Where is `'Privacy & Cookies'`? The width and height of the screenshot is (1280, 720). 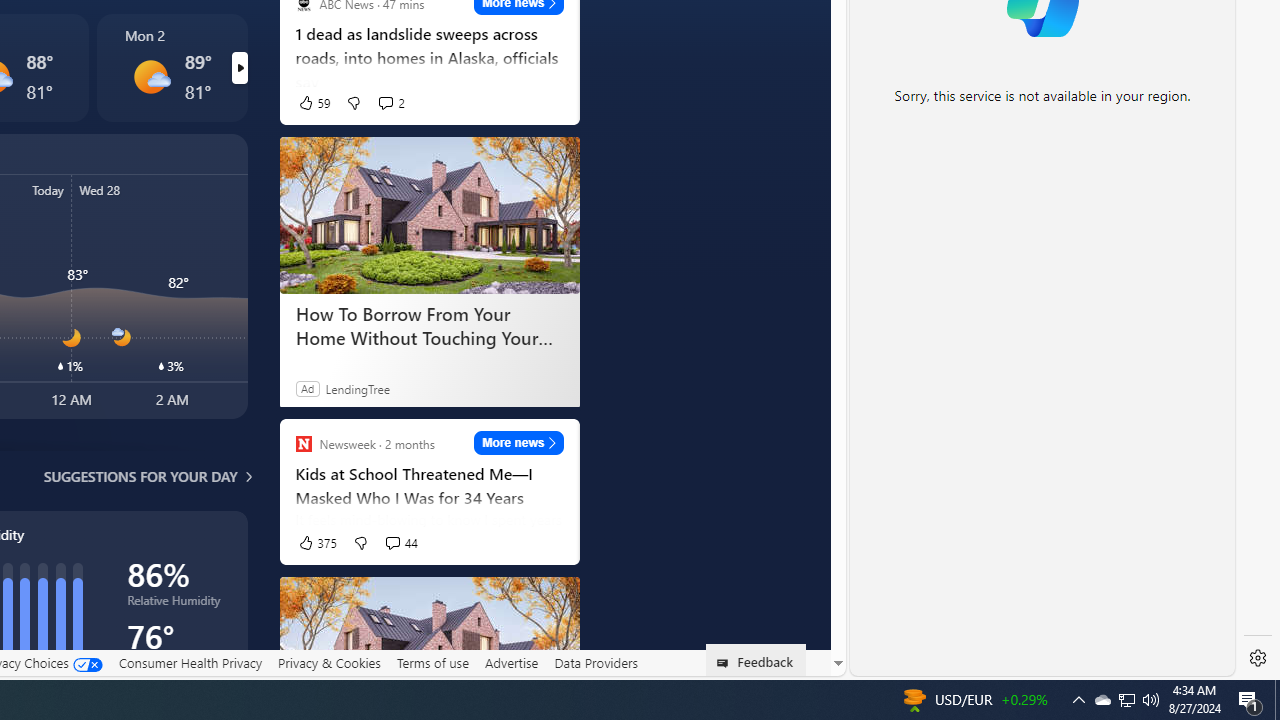
'Privacy & Cookies' is located at coordinates (329, 662).